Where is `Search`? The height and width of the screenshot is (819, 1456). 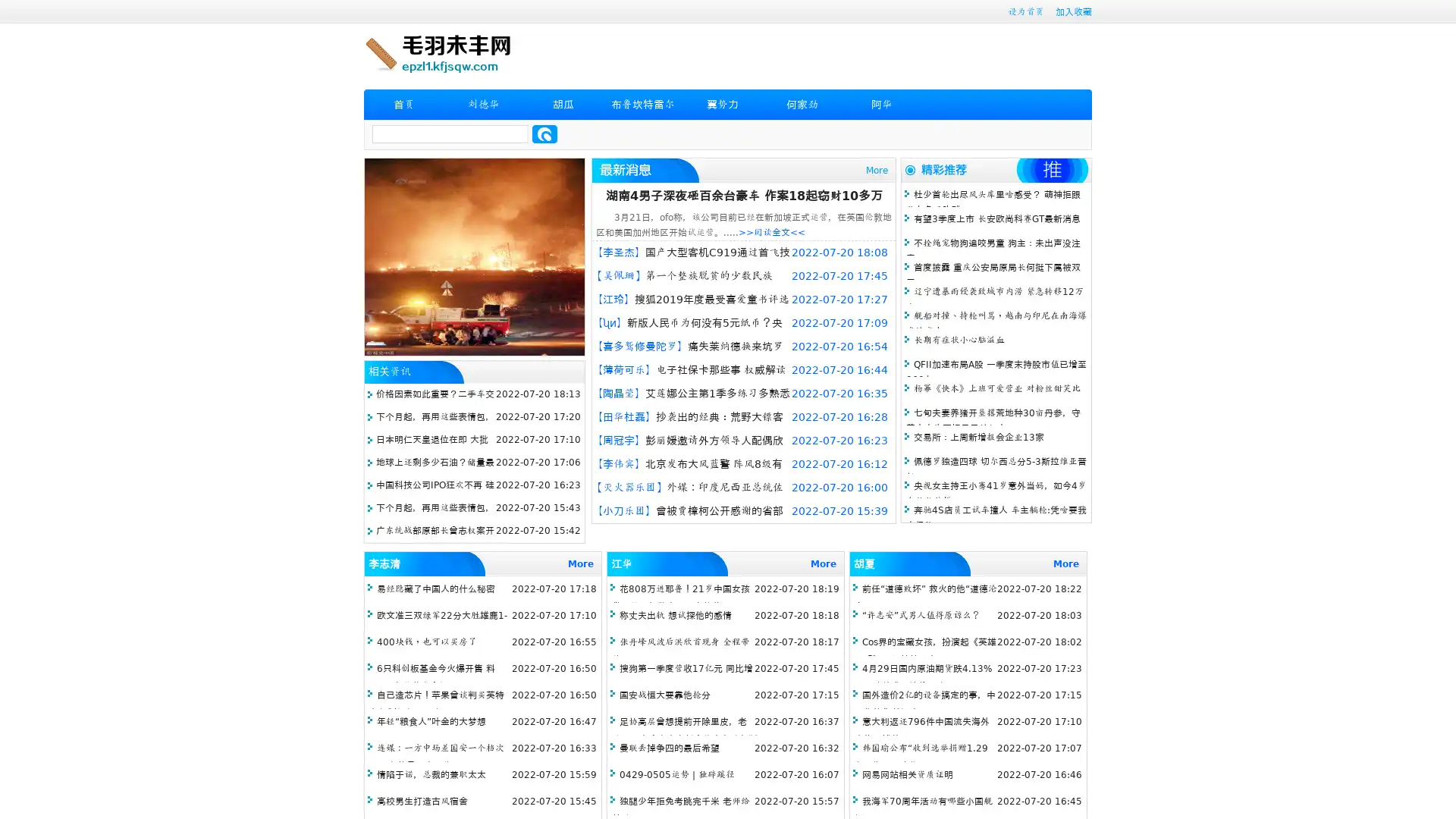 Search is located at coordinates (544, 133).